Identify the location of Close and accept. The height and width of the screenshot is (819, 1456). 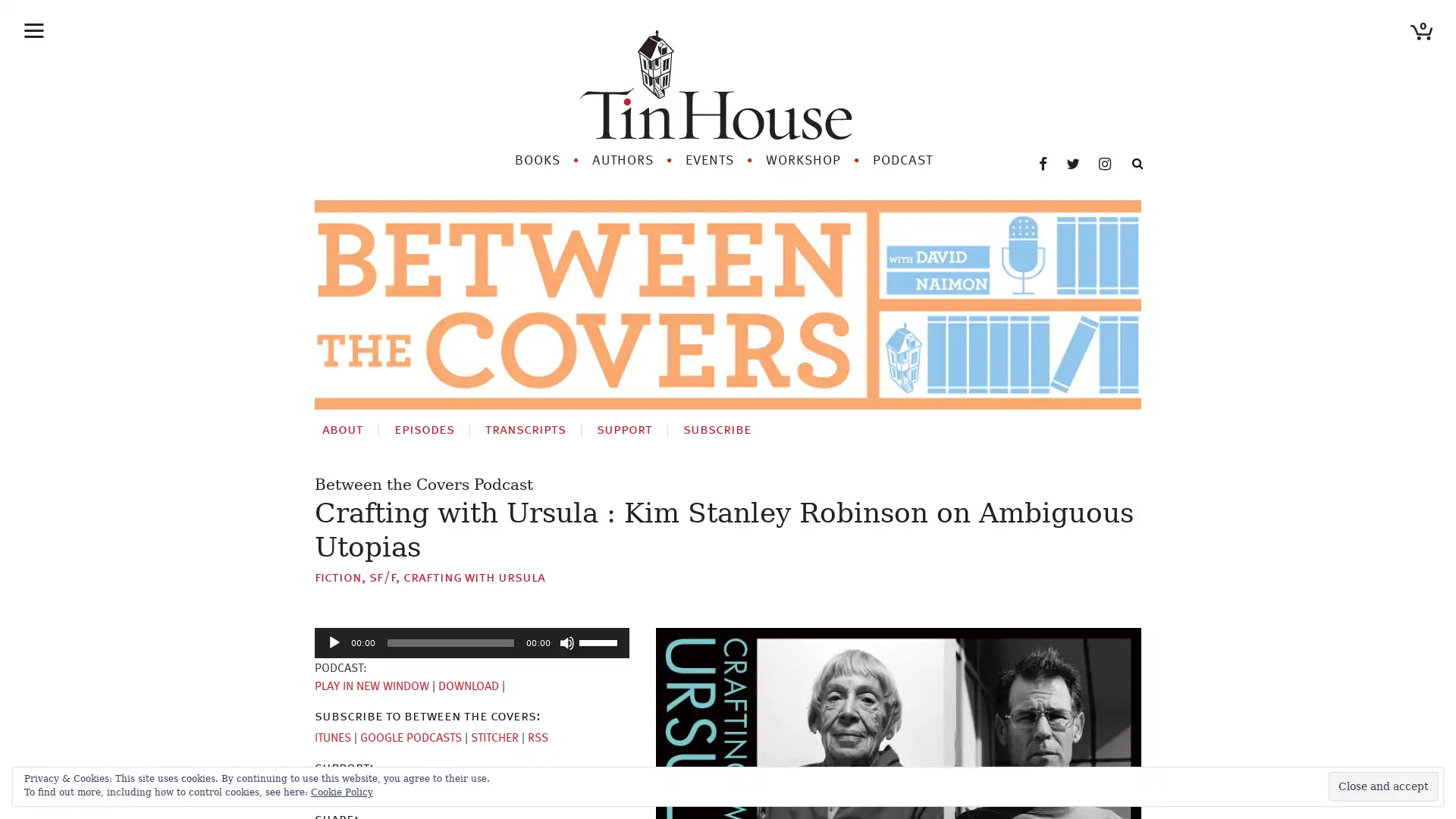
(1383, 786).